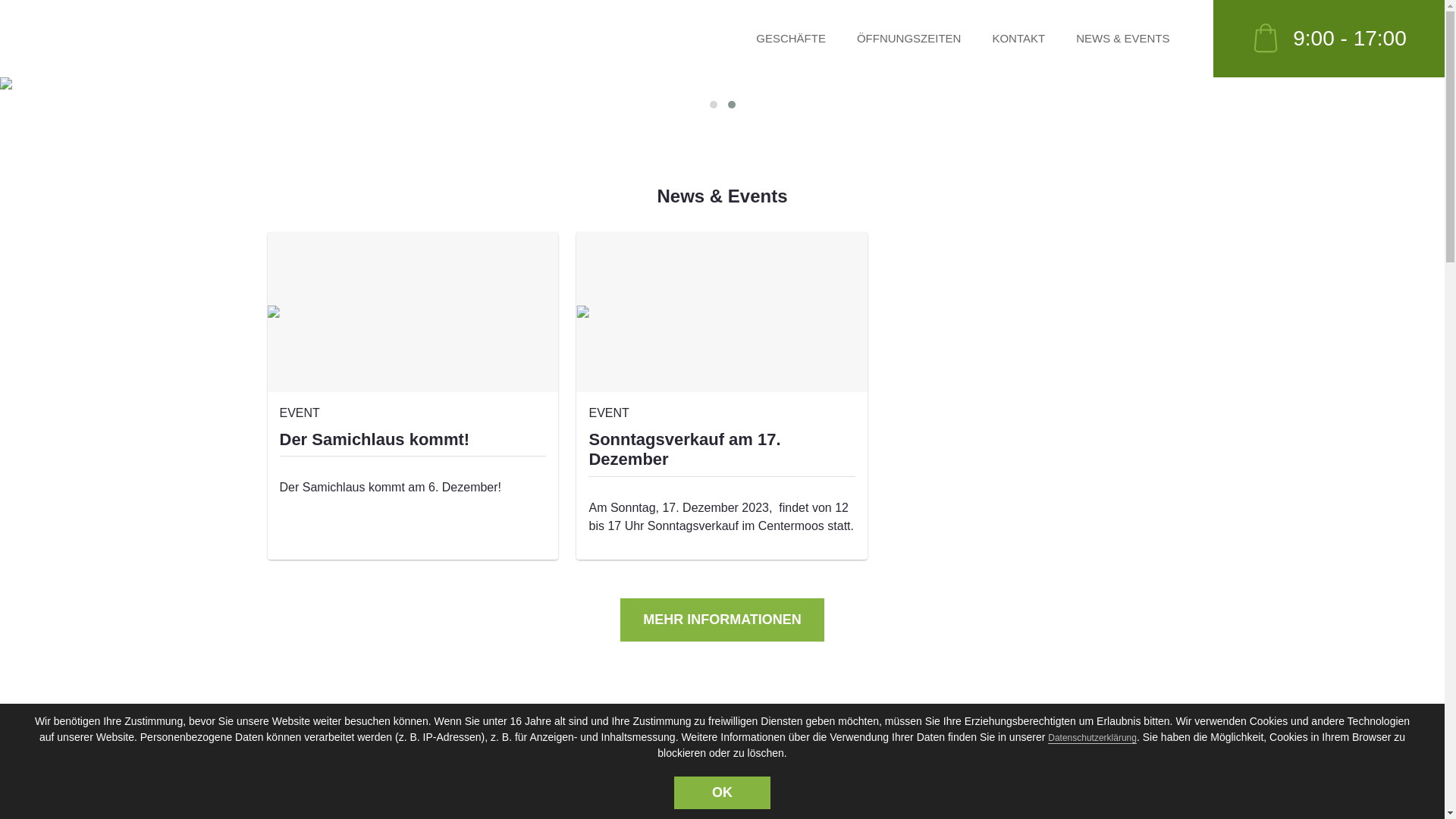 Image resolution: width=1456 pixels, height=819 pixels. I want to click on 'OK', so click(721, 792).